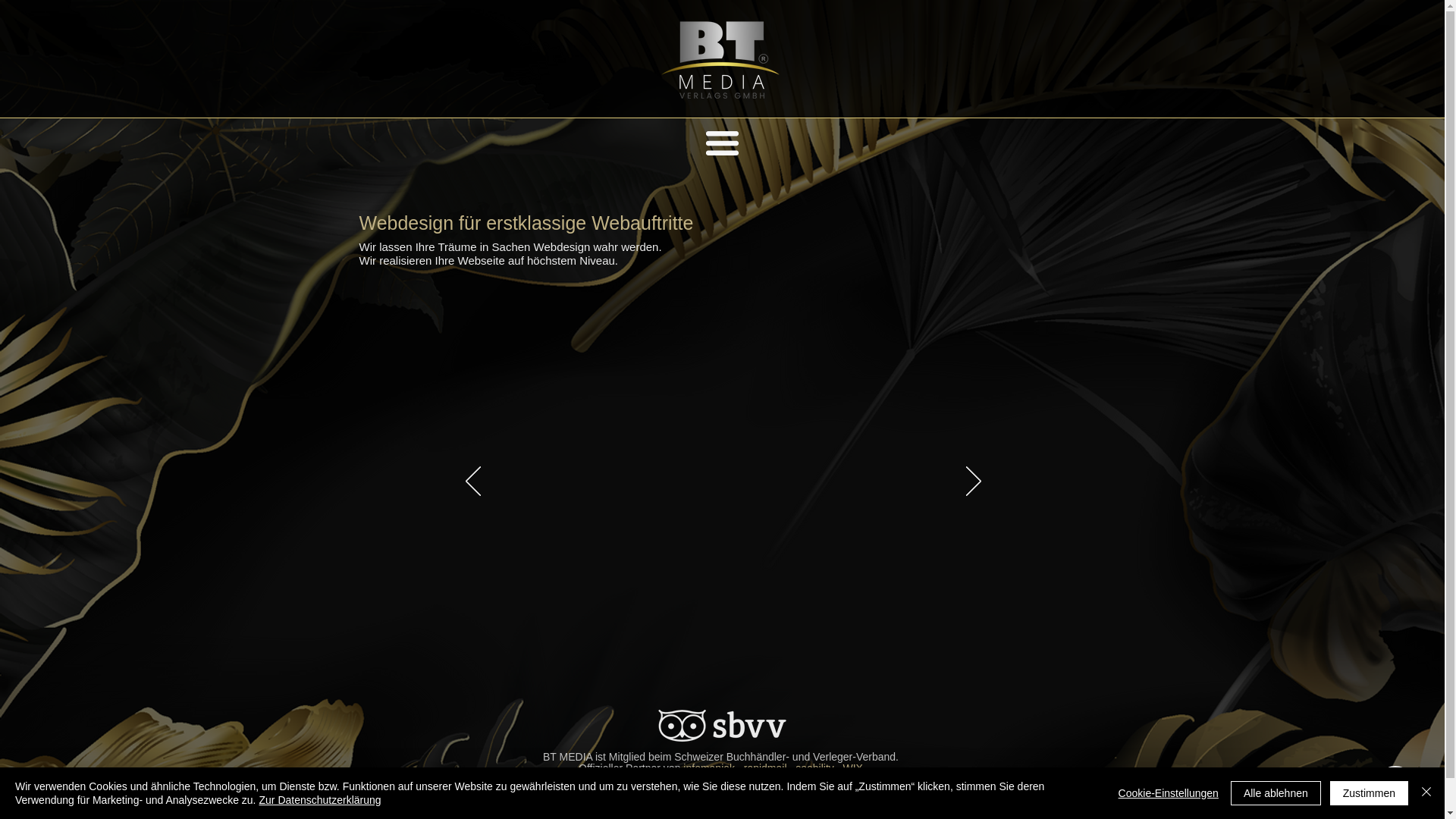 This screenshot has width=1456, height=819. I want to click on 'Alle ablehnen', so click(1275, 792).